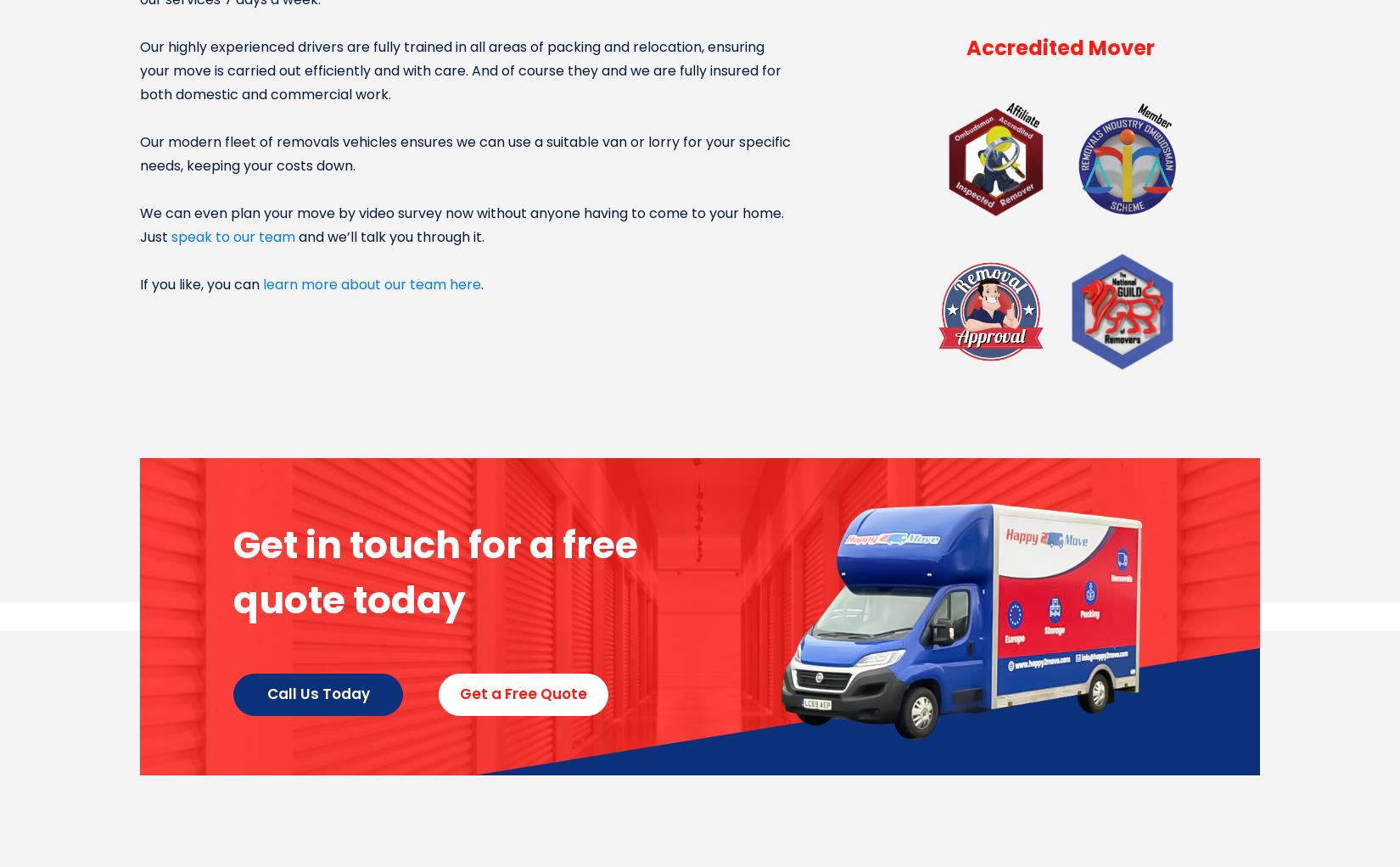 The height and width of the screenshot is (867, 1400). What do you see at coordinates (233, 237) in the screenshot?
I see `'speak to our team'` at bounding box center [233, 237].